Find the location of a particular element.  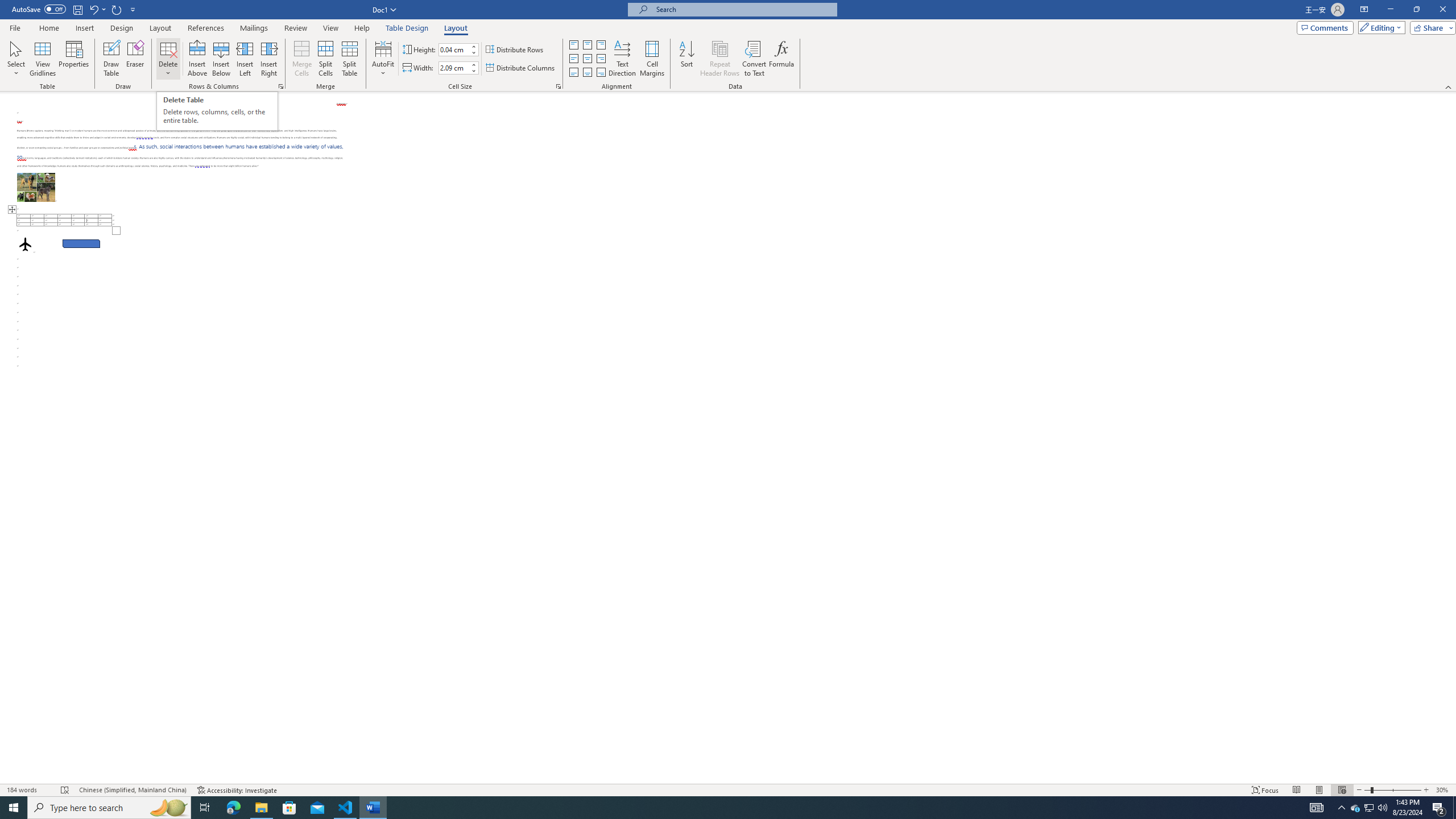

'Airplane with solid fill' is located at coordinates (25, 243).